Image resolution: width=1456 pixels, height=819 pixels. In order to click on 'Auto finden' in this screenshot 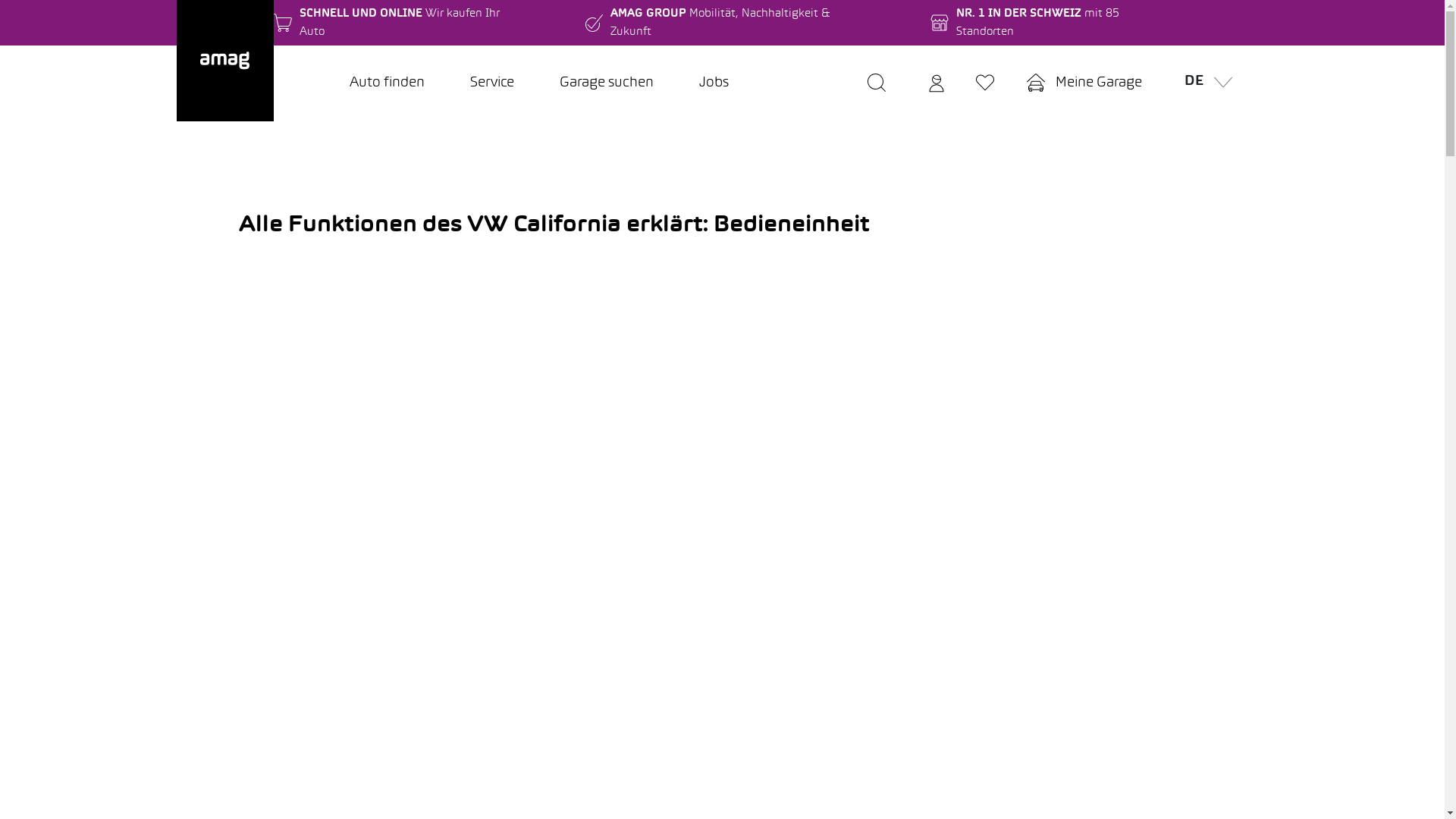, I will do `click(325, 83)`.